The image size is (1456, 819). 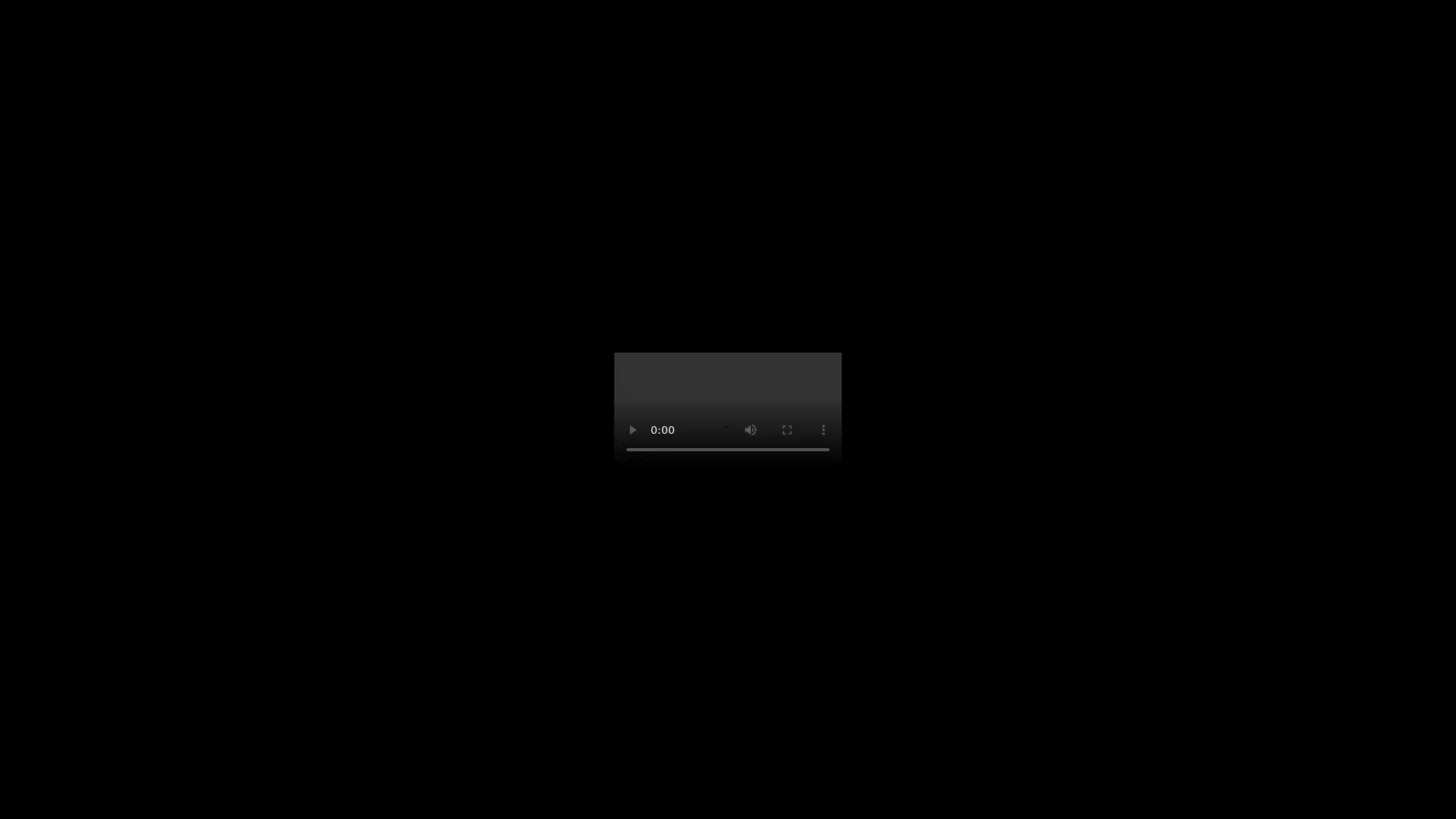 What do you see at coordinates (750, 430) in the screenshot?
I see `mute` at bounding box center [750, 430].